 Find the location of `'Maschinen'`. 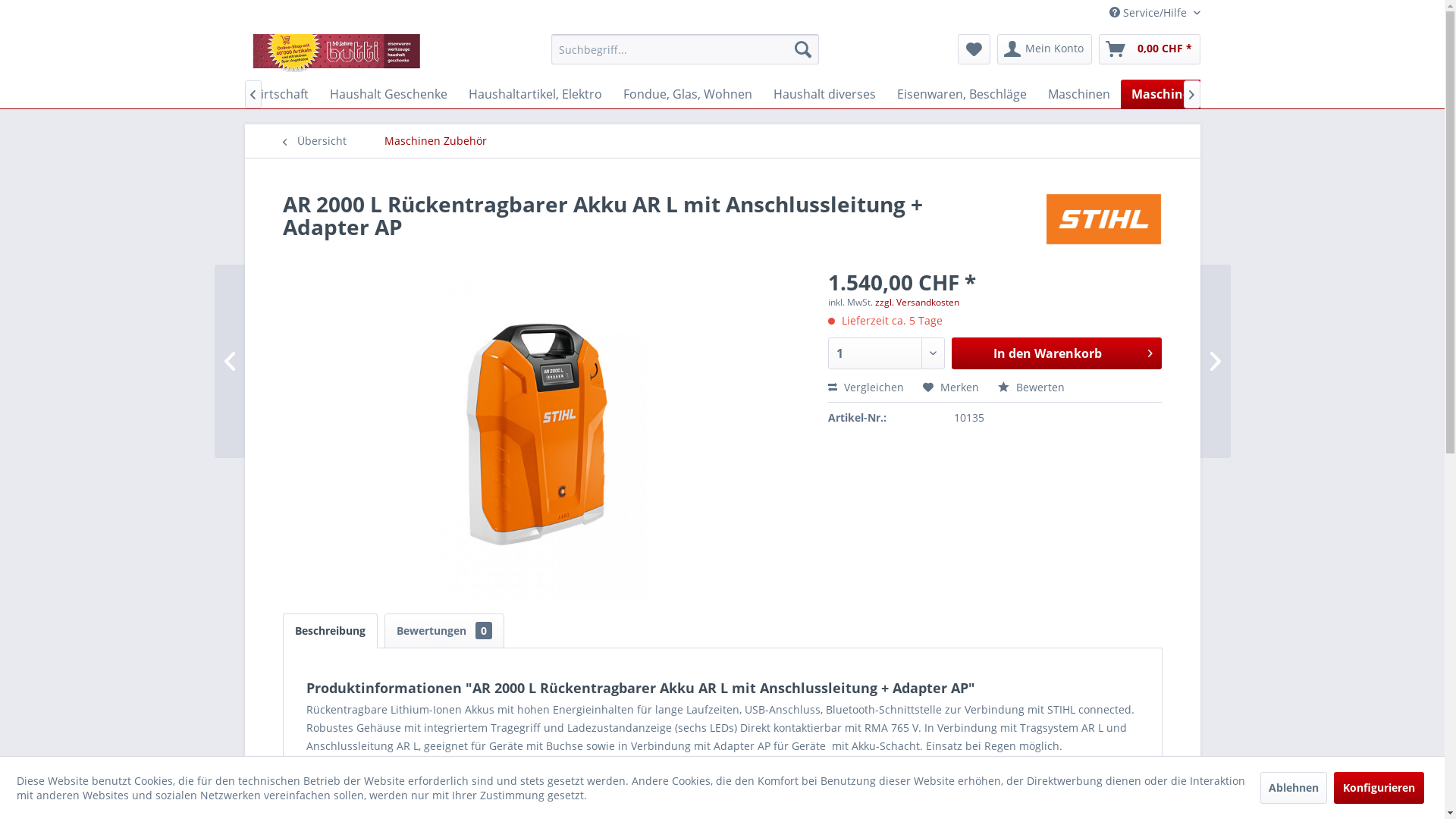

'Maschinen' is located at coordinates (1078, 93).